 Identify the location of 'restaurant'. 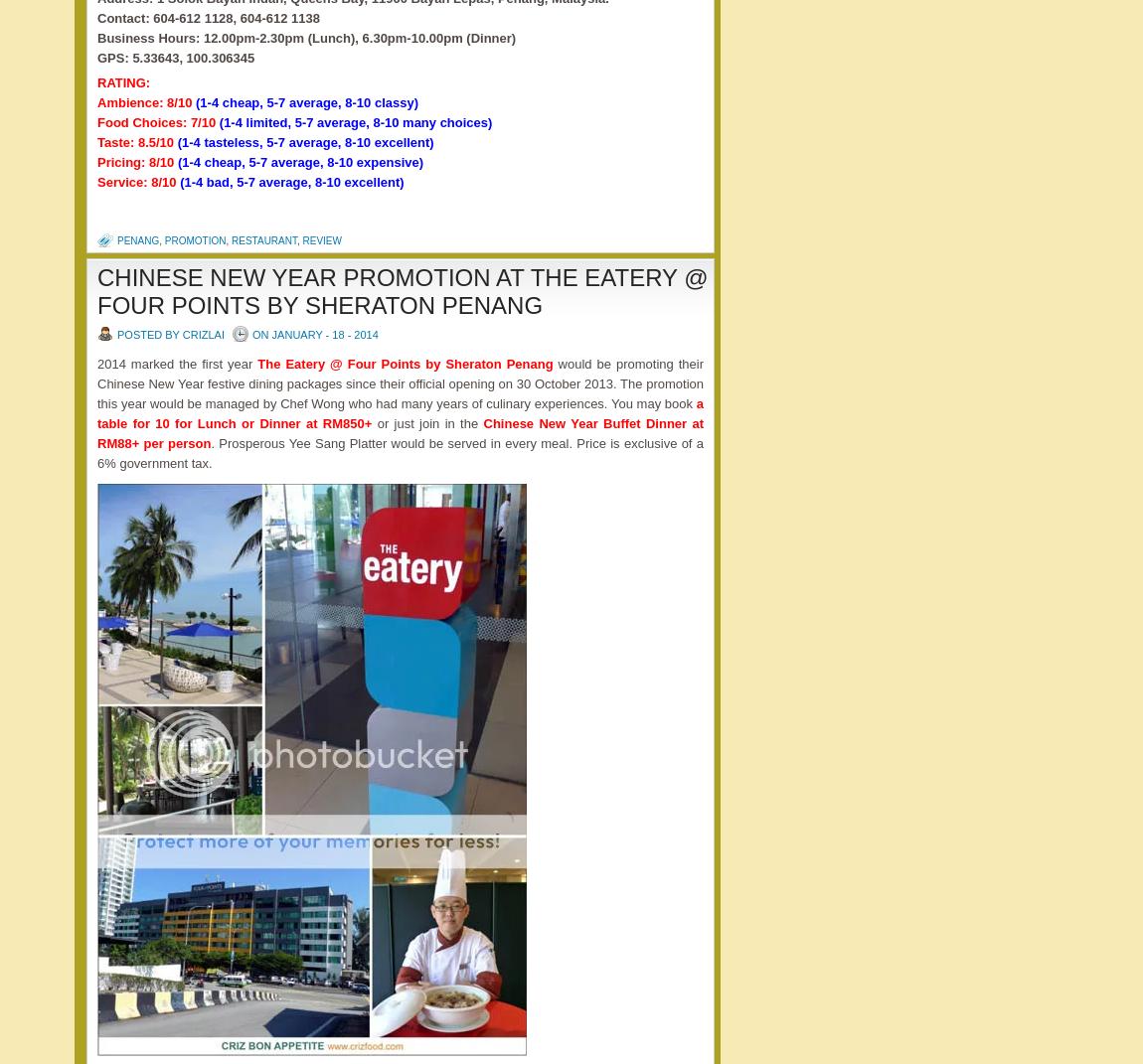
(262, 239).